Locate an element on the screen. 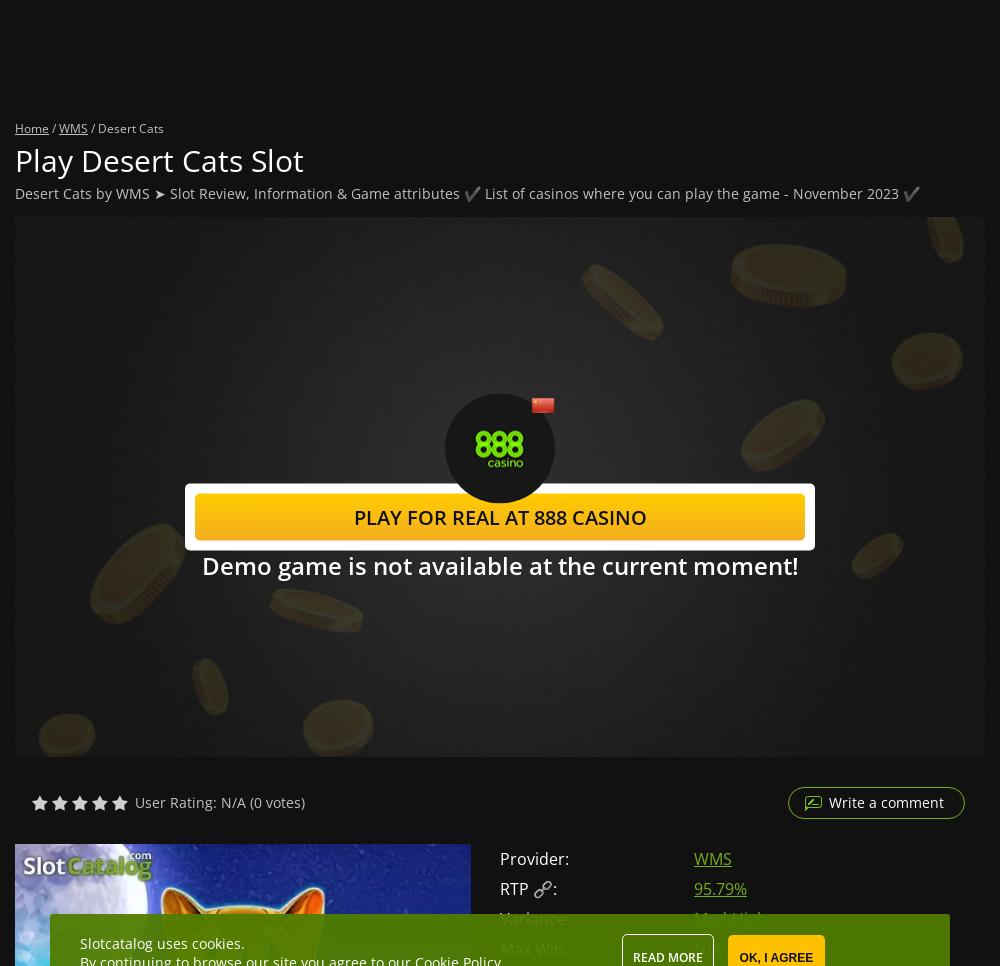 The width and height of the screenshot is (1000, 966). 'Variance:' is located at coordinates (535, 917).